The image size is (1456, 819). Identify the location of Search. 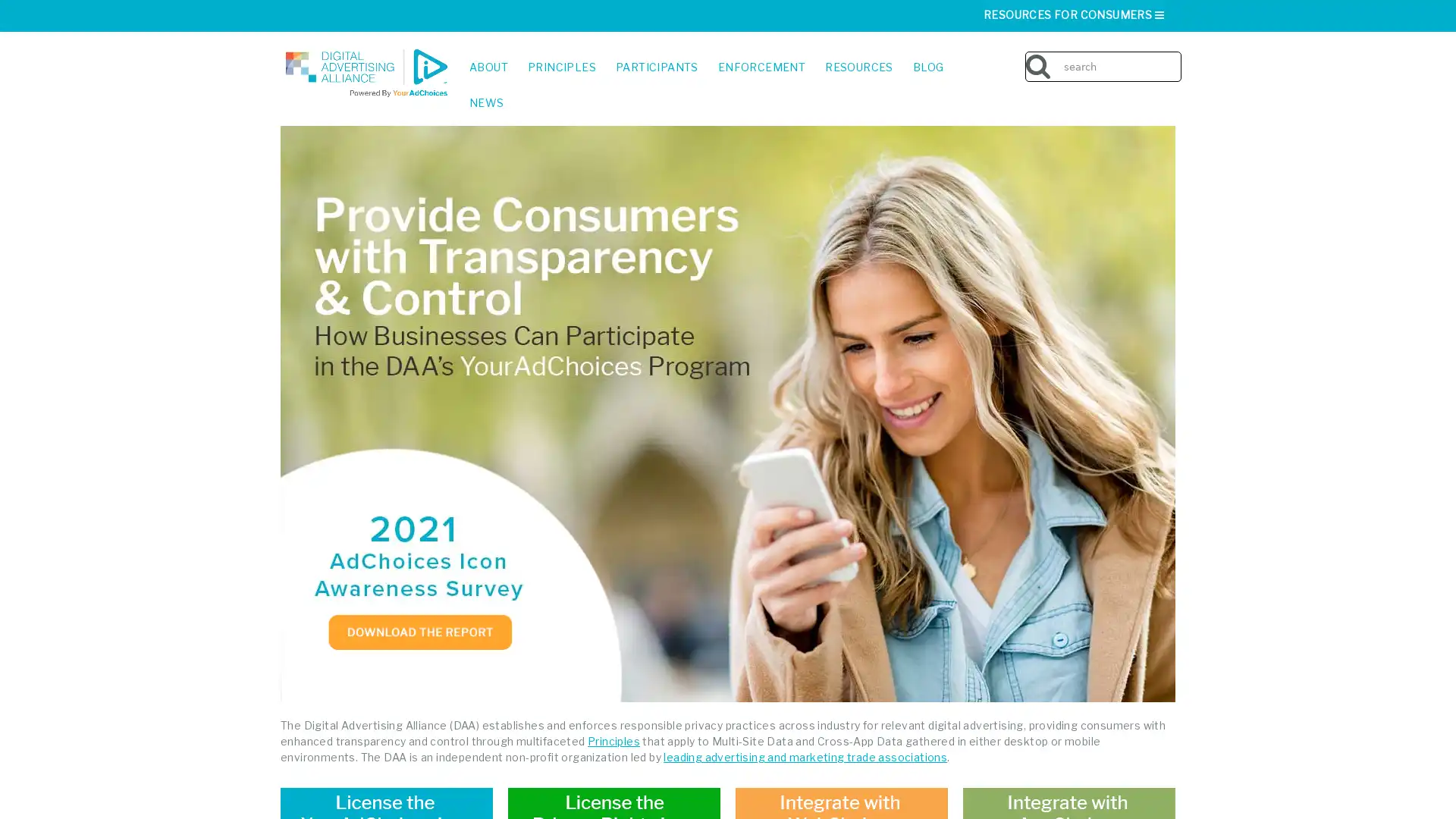
(1204, 55).